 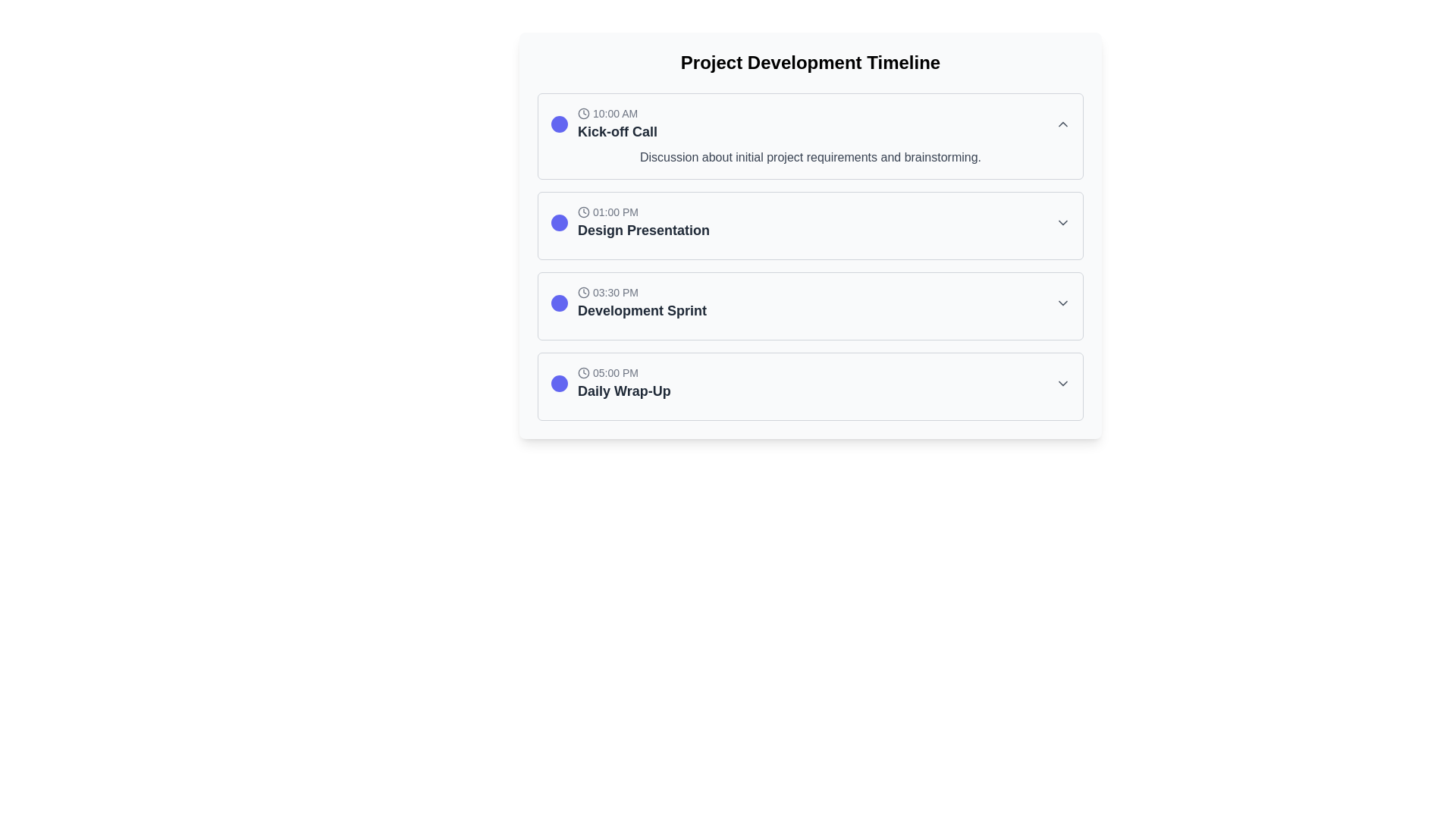 I want to click on the bold, large text label that reads 'Daily Wrap-Up', which is styled in dark gray and positioned below the smaller text '05:00 PM', so click(x=624, y=391).